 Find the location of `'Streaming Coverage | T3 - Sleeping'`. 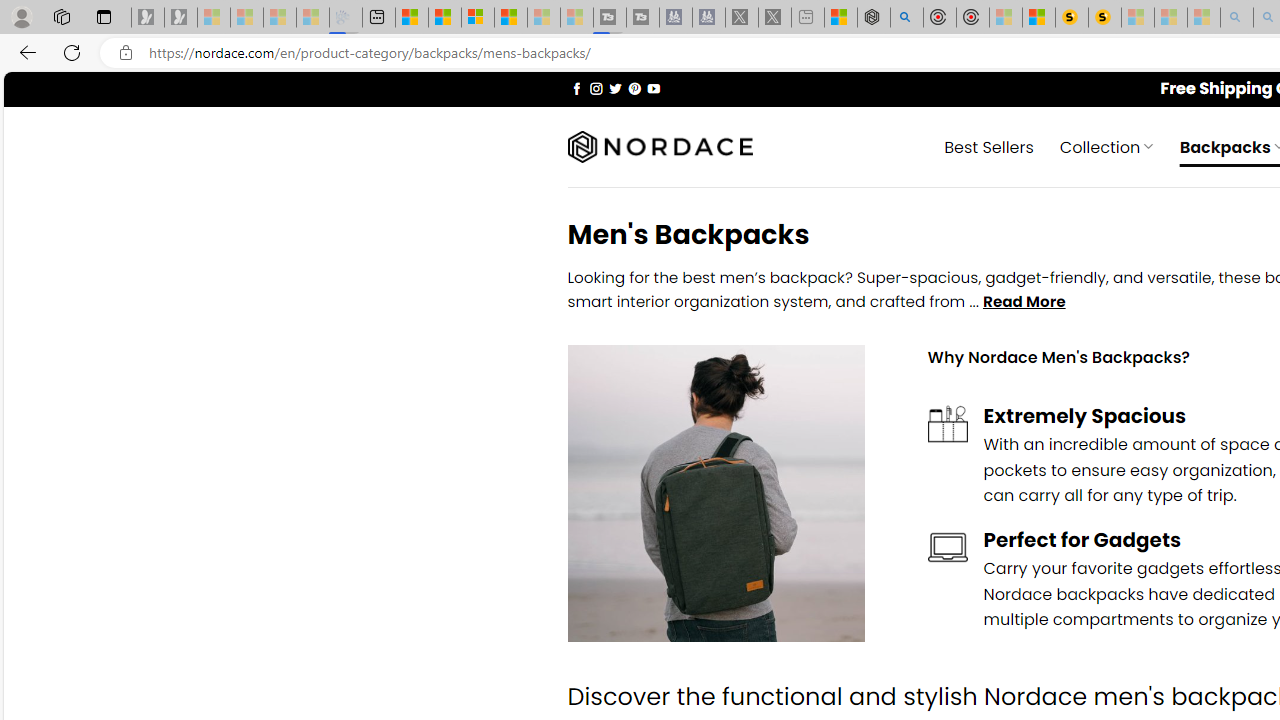

'Streaming Coverage | T3 - Sleeping' is located at coordinates (608, 17).